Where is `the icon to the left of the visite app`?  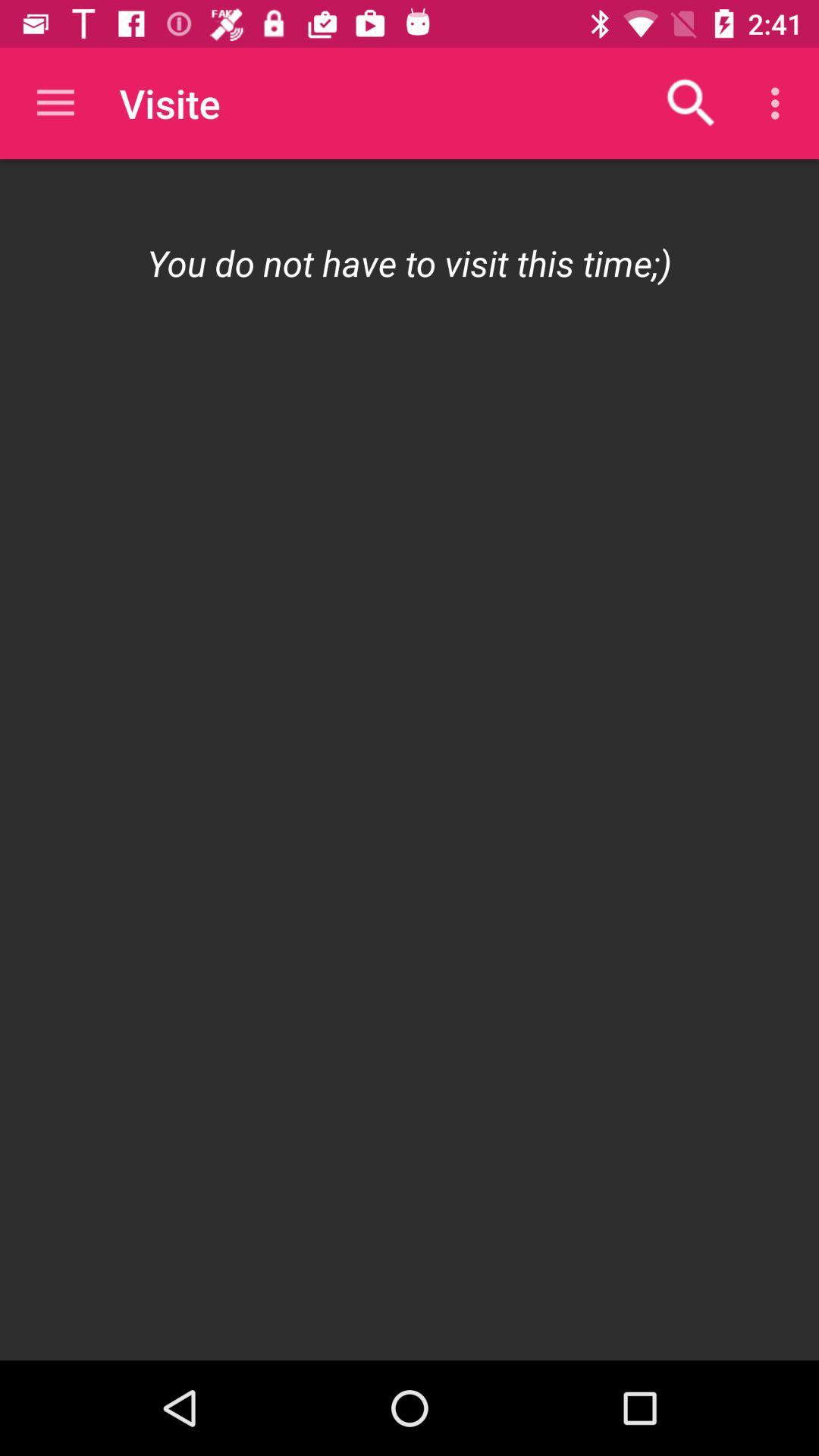
the icon to the left of the visite app is located at coordinates (55, 102).